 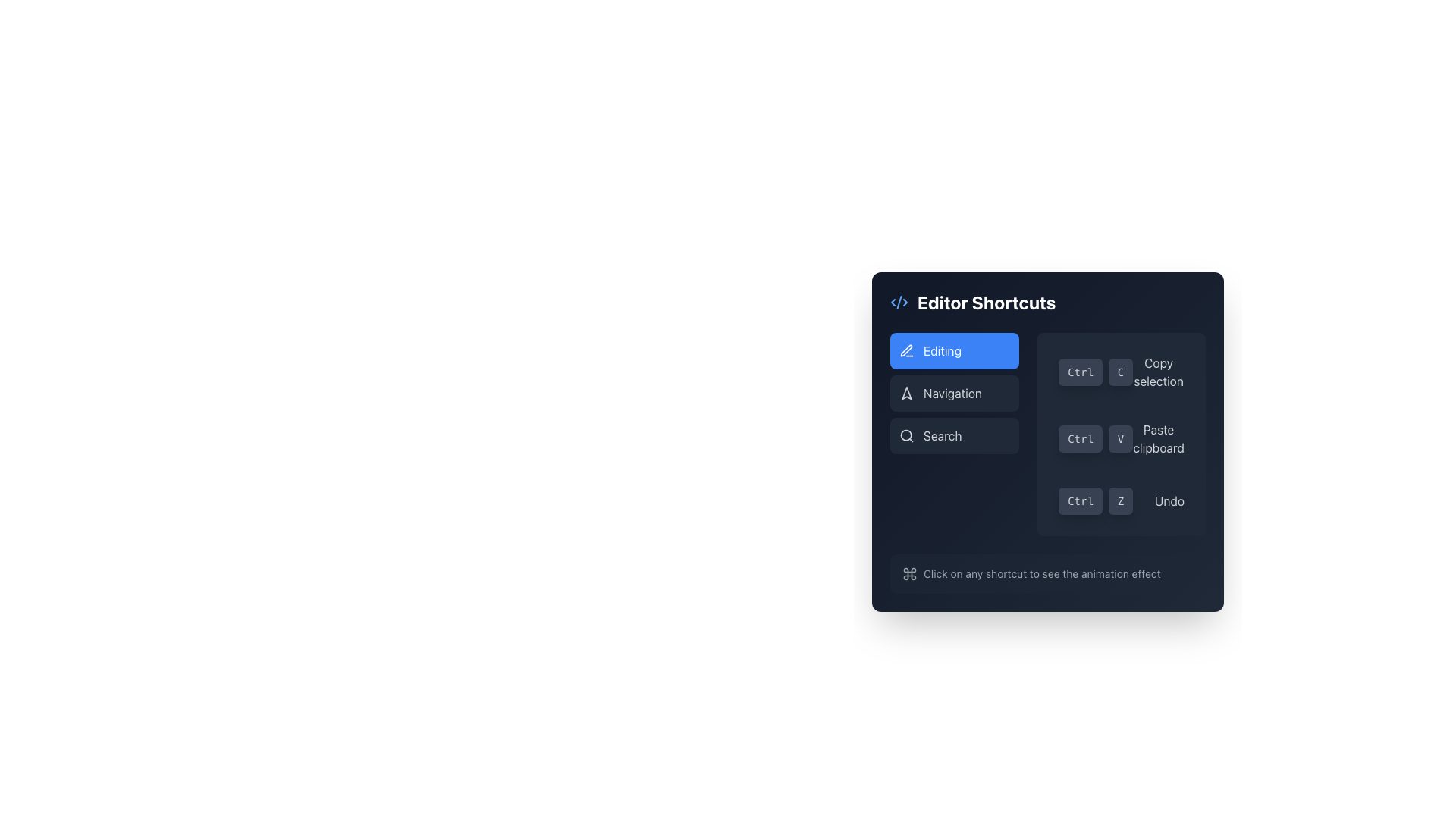 I want to click on the Vertical Navigation Menu located on the left section of the interface panel below the 'Editor Shortcuts' header for keyboard navigation, so click(x=954, y=435).